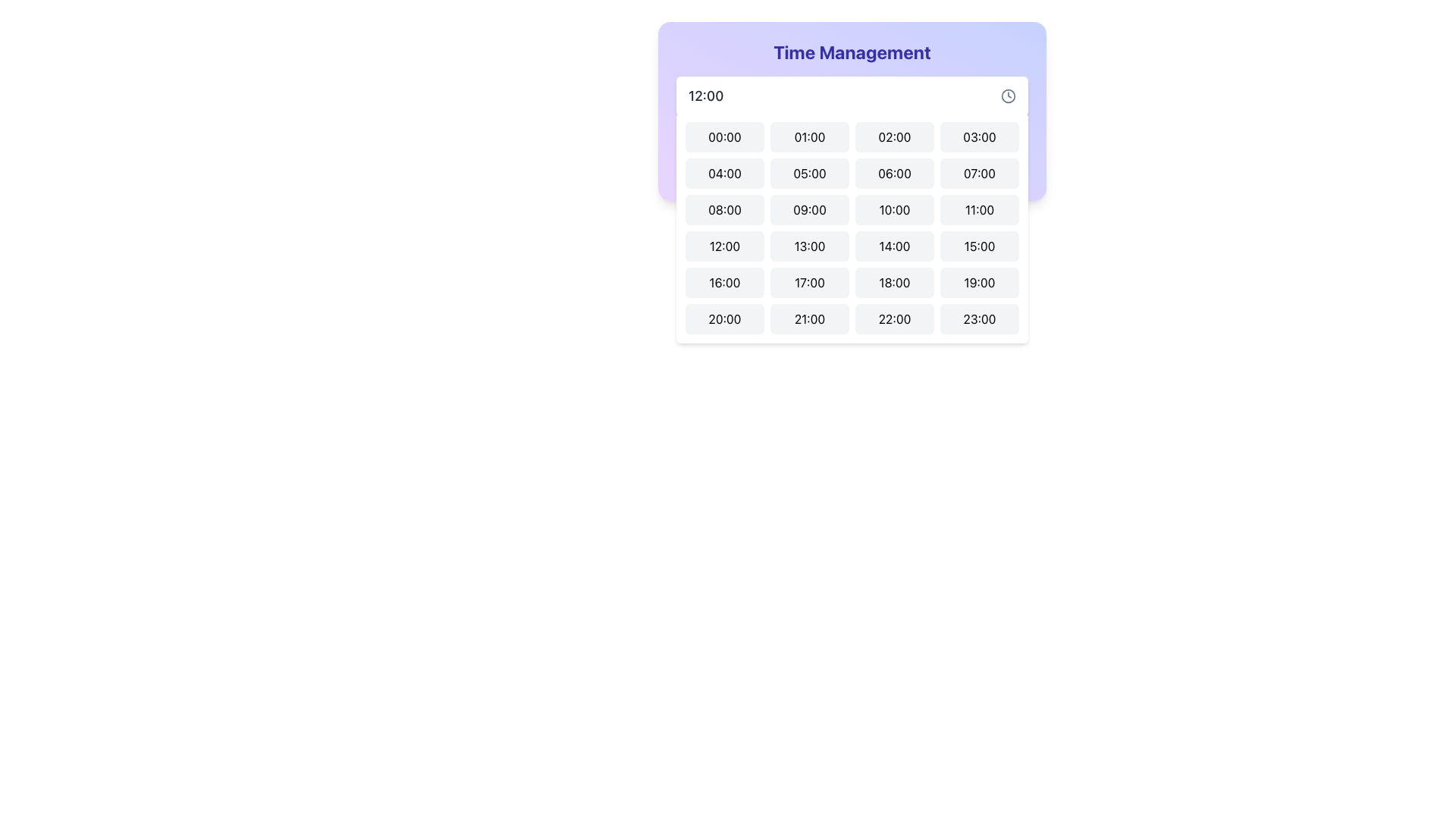 The height and width of the screenshot is (819, 1456). I want to click on the time value Text Label located in the top-right corner of the white card interface, to the left of the clock icon, so click(705, 96).